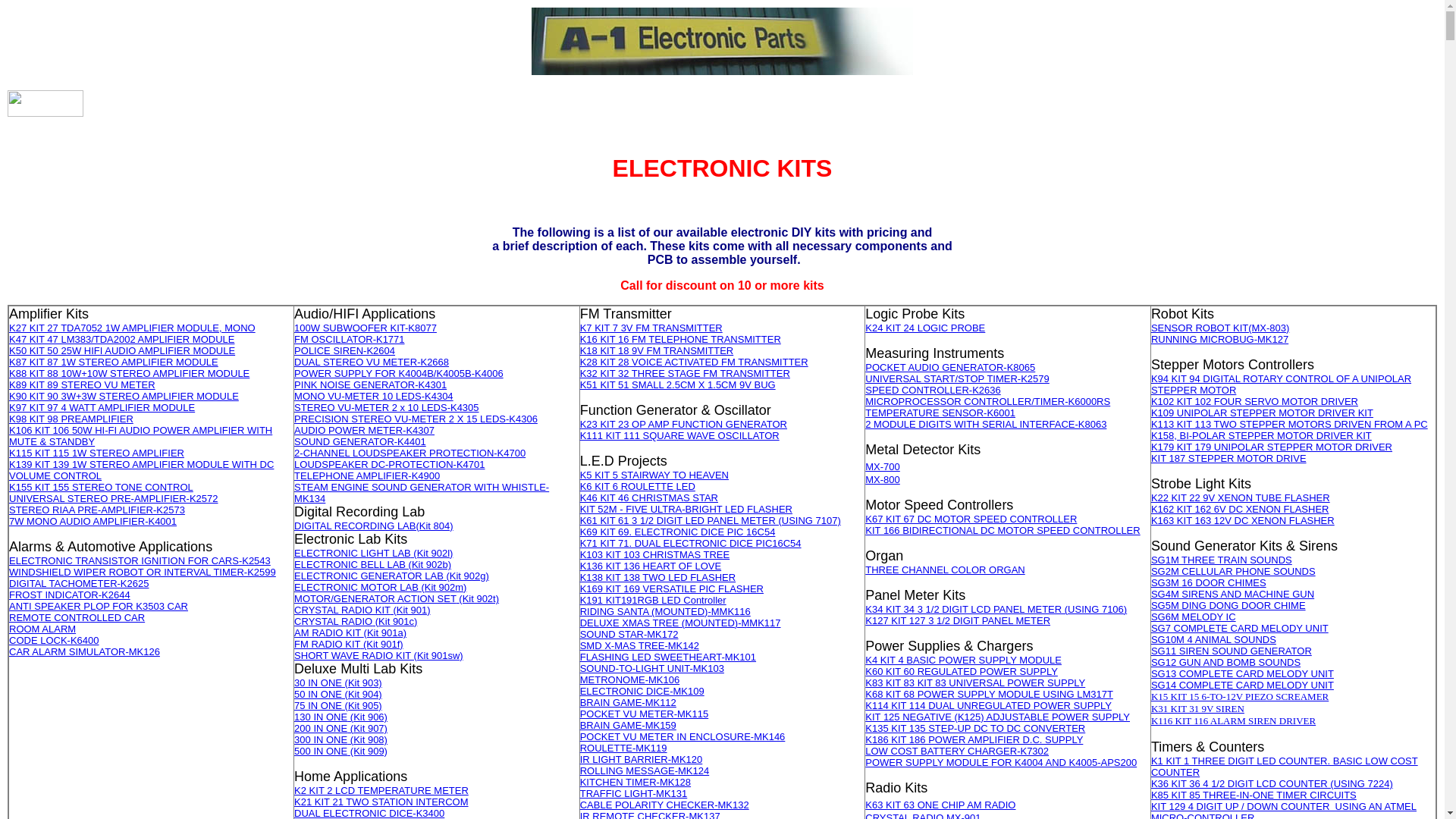 The image size is (1456, 819). What do you see at coordinates (364, 429) in the screenshot?
I see `'AUDIO POWER METER-K4307'` at bounding box center [364, 429].